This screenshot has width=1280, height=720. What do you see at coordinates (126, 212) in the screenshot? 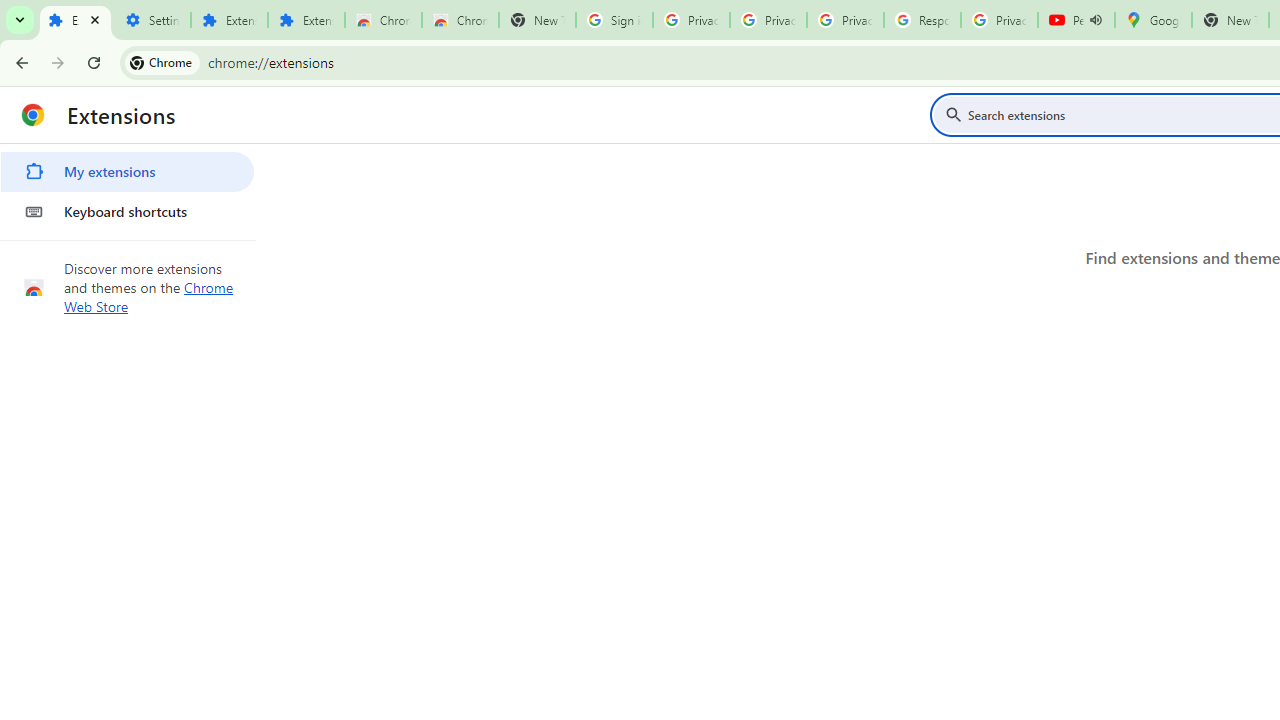
I see `'Keyboard shortcuts'` at bounding box center [126, 212].